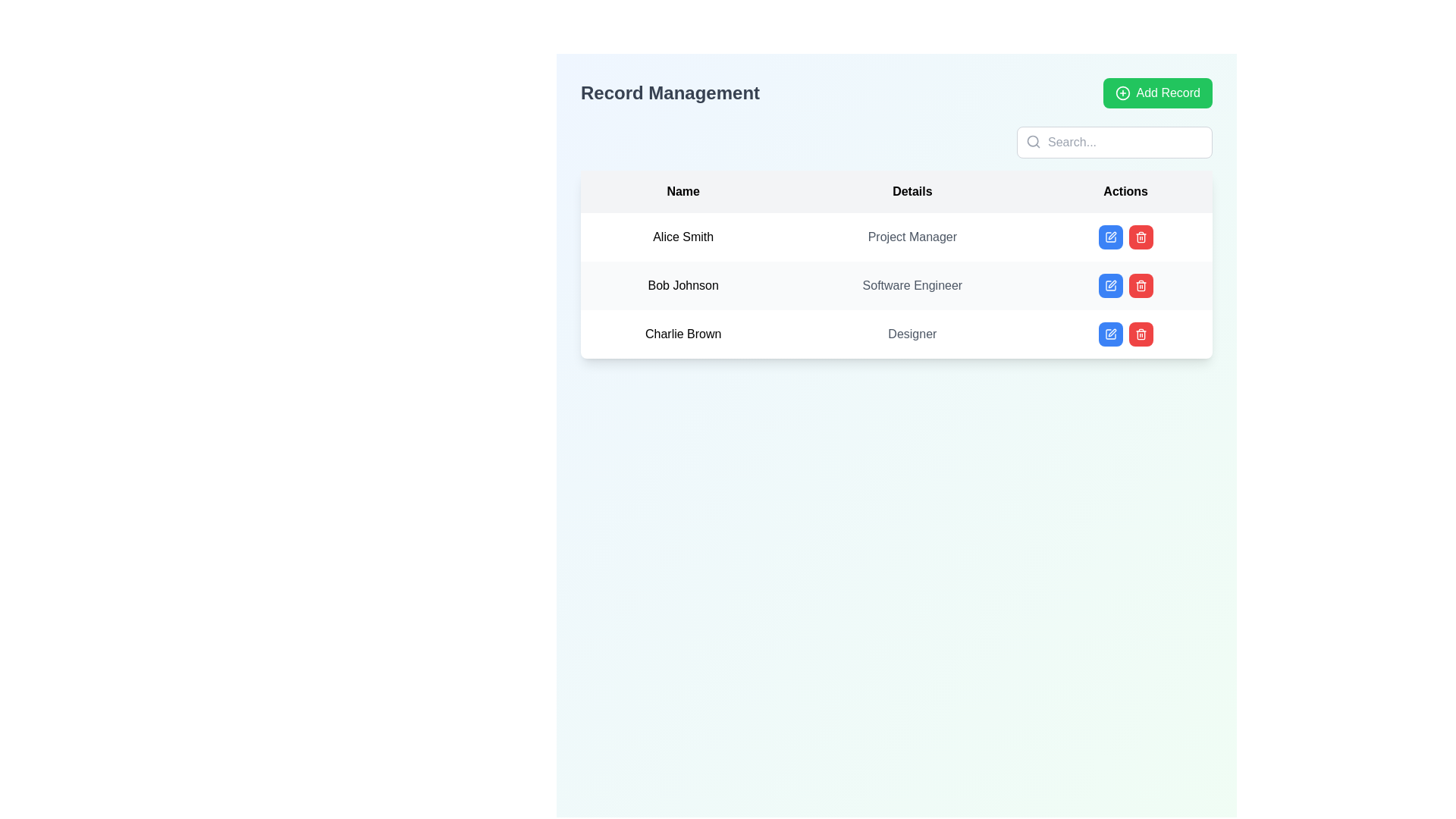 Image resolution: width=1456 pixels, height=819 pixels. I want to click on the delete button located in the 'Actions' column of the first row for the 'Alice Smith - Project Manager' record to initiate the delete action, so click(1141, 237).